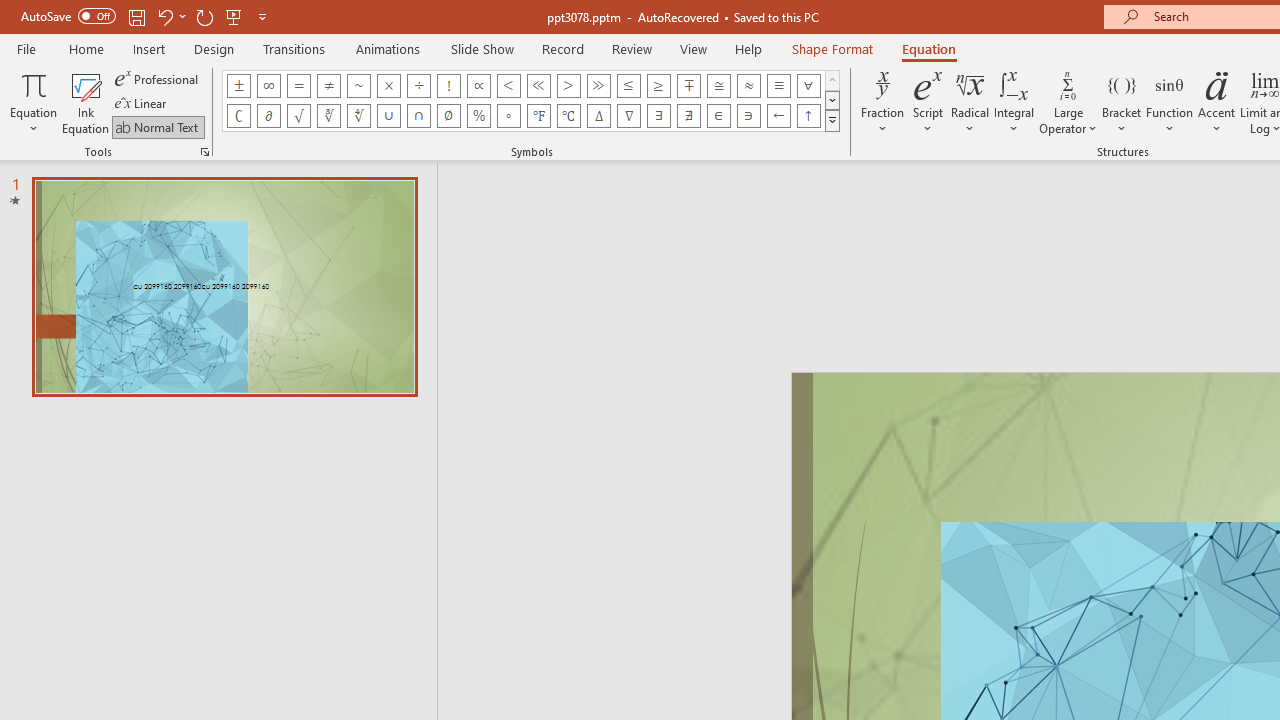 The width and height of the screenshot is (1280, 720). I want to click on 'Equation Symbol Less Than or Equal To', so click(628, 85).